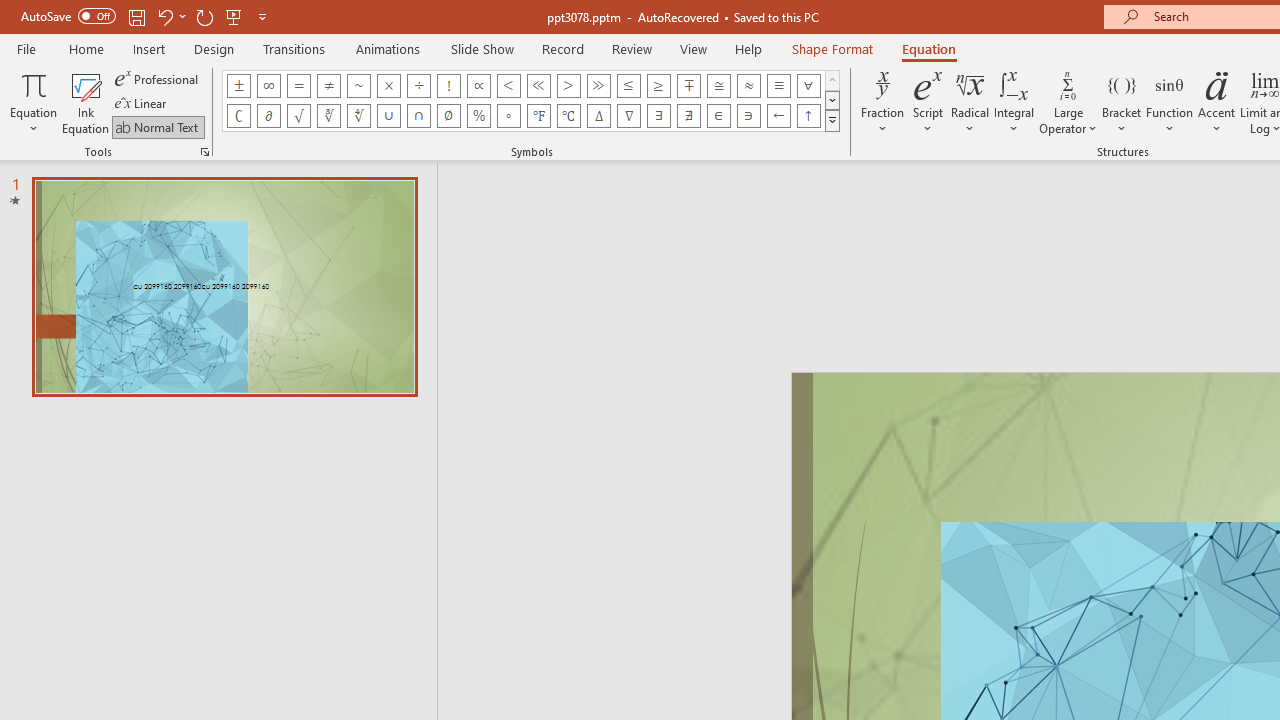 The width and height of the screenshot is (1280, 720). I want to click on 'Equation Symbol Less Than or Equal To', so click(628, 85).